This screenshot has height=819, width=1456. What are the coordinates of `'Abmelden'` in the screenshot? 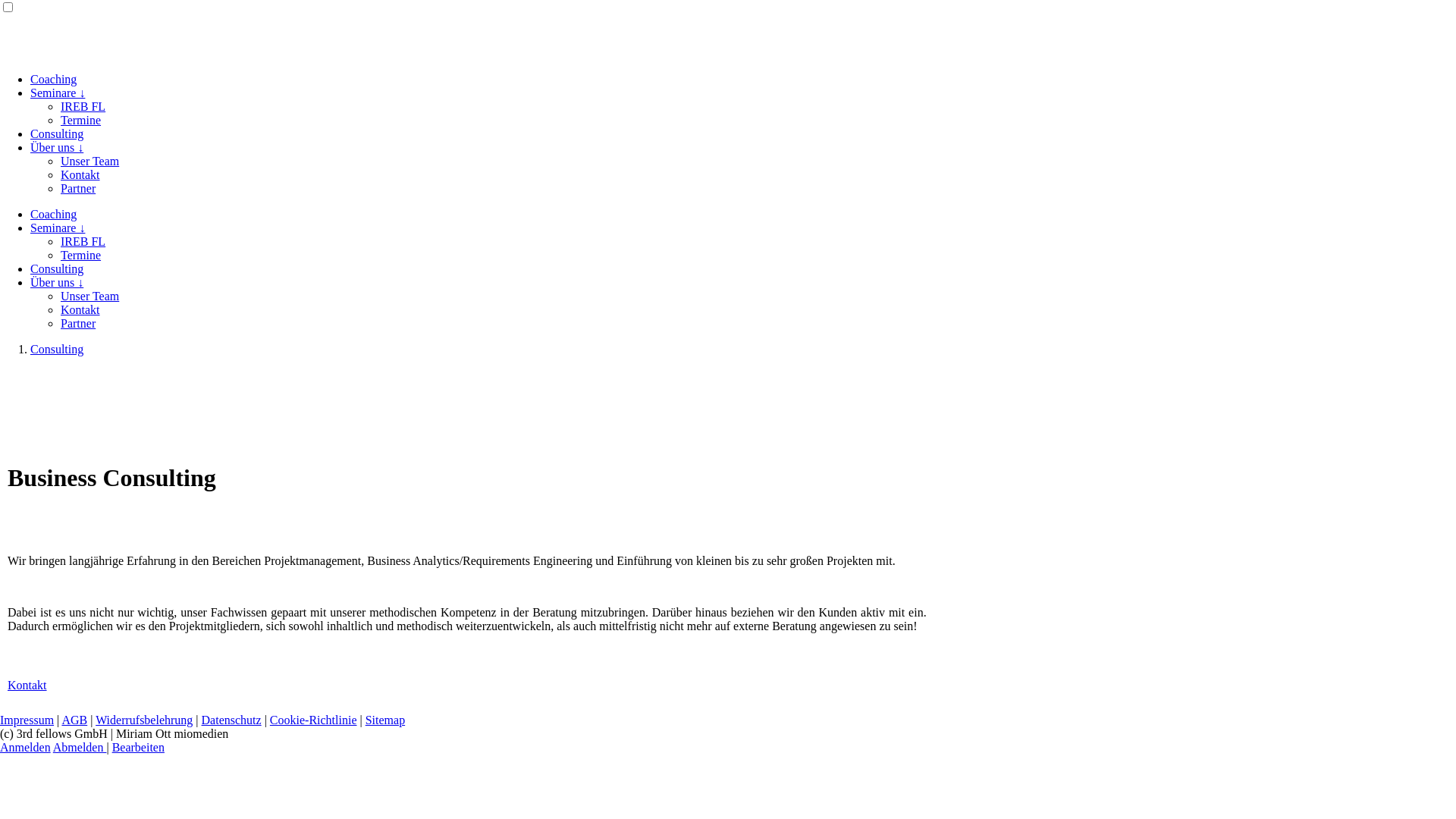 It's located at (79, 746).